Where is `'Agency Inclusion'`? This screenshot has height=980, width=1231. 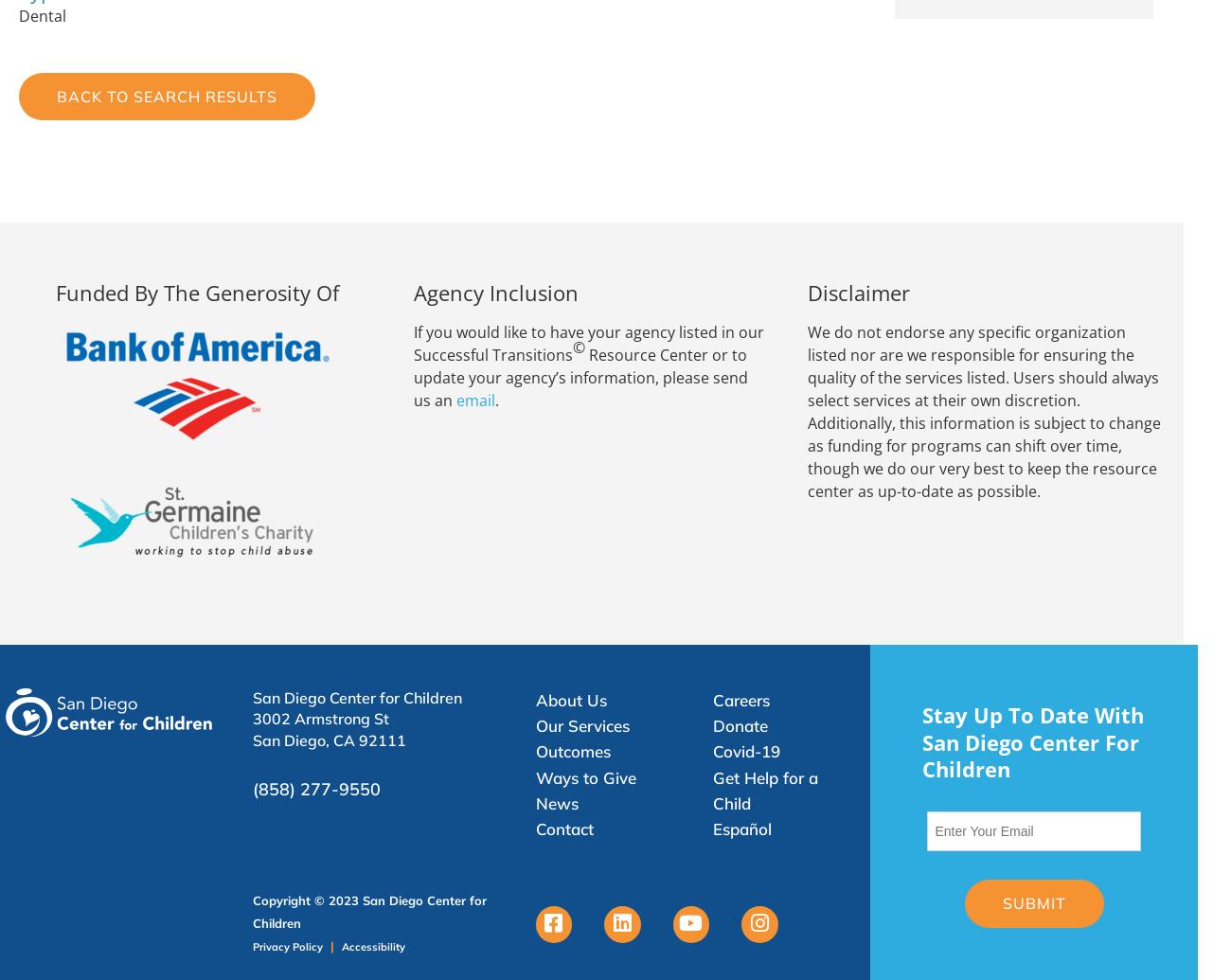 'Agency Inclusion' is located at coordinates (494, 293).